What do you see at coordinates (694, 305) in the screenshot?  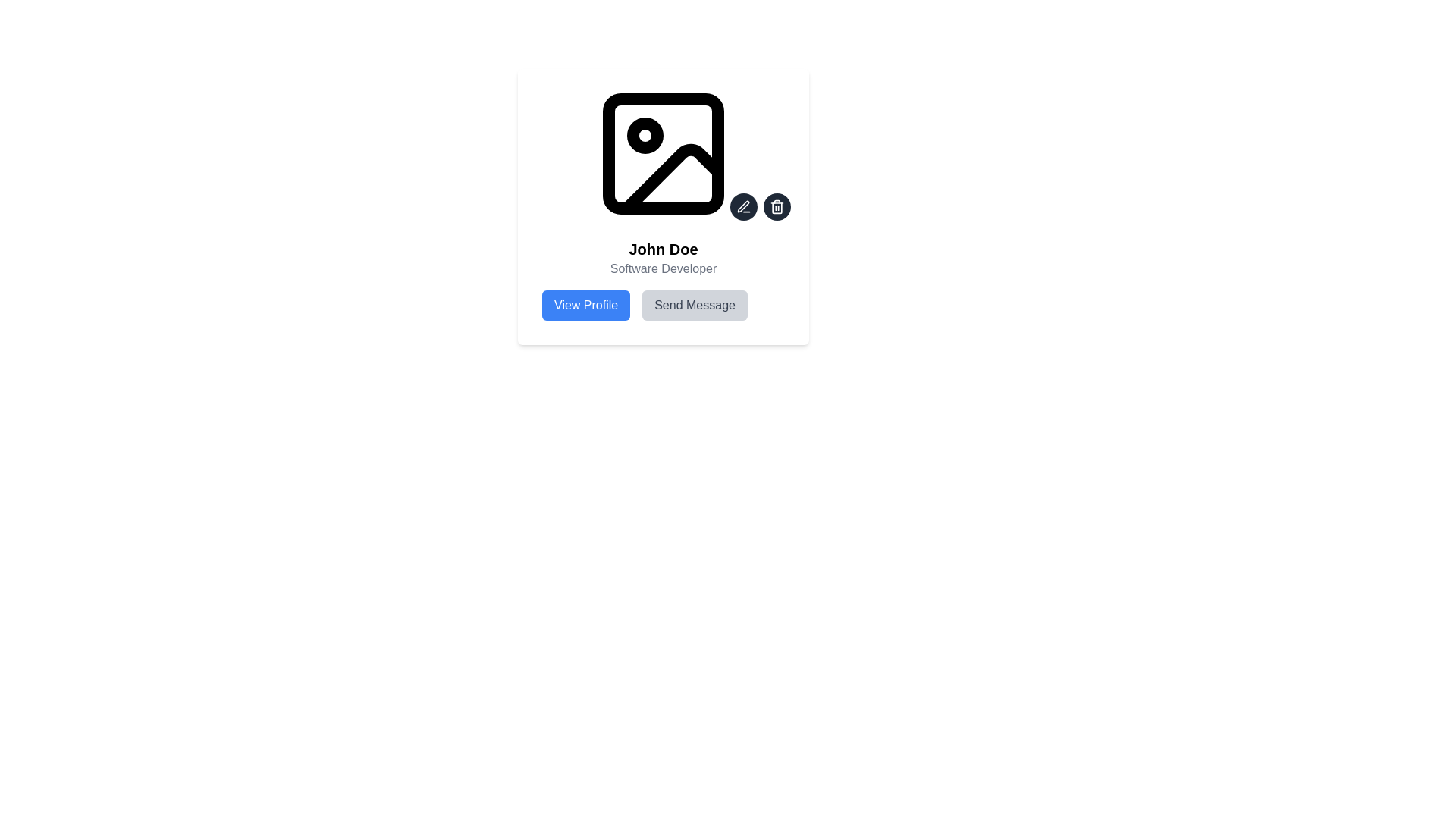 I see `the 'Send Message' button, which is a rectangular button with a light gray background and rounded corners, located below the 'John Doe' profile section and to the right of the 'View Profile' button` at bounding box center [694, 305].